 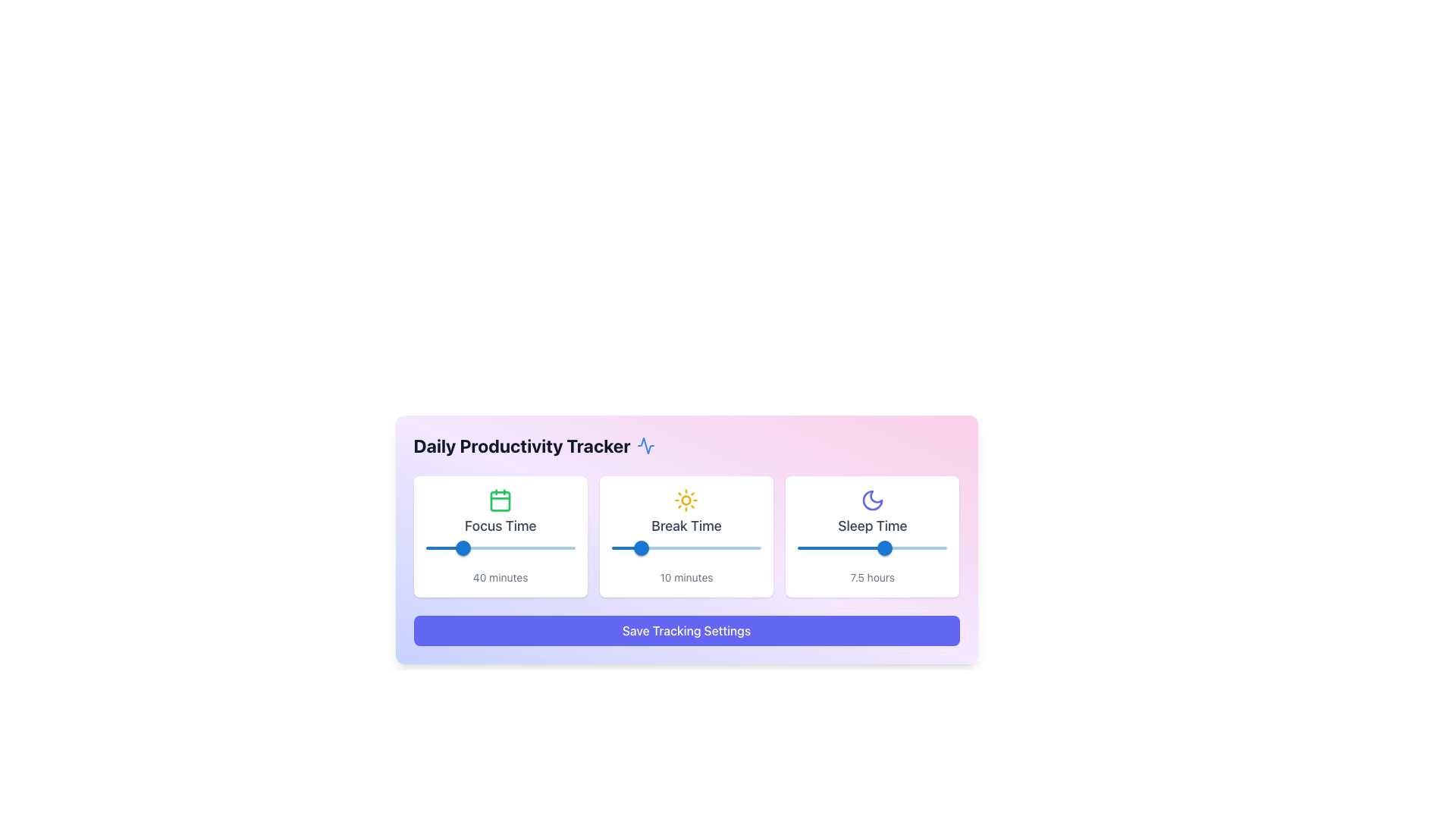 What do you see at coordinates (872, 578) in the screenshot?
I see `displayed value from the Text Label that shows '7.5 hours', which is located below the slider component and styled with a thin margin at the top` at bounding box center [872, 578].